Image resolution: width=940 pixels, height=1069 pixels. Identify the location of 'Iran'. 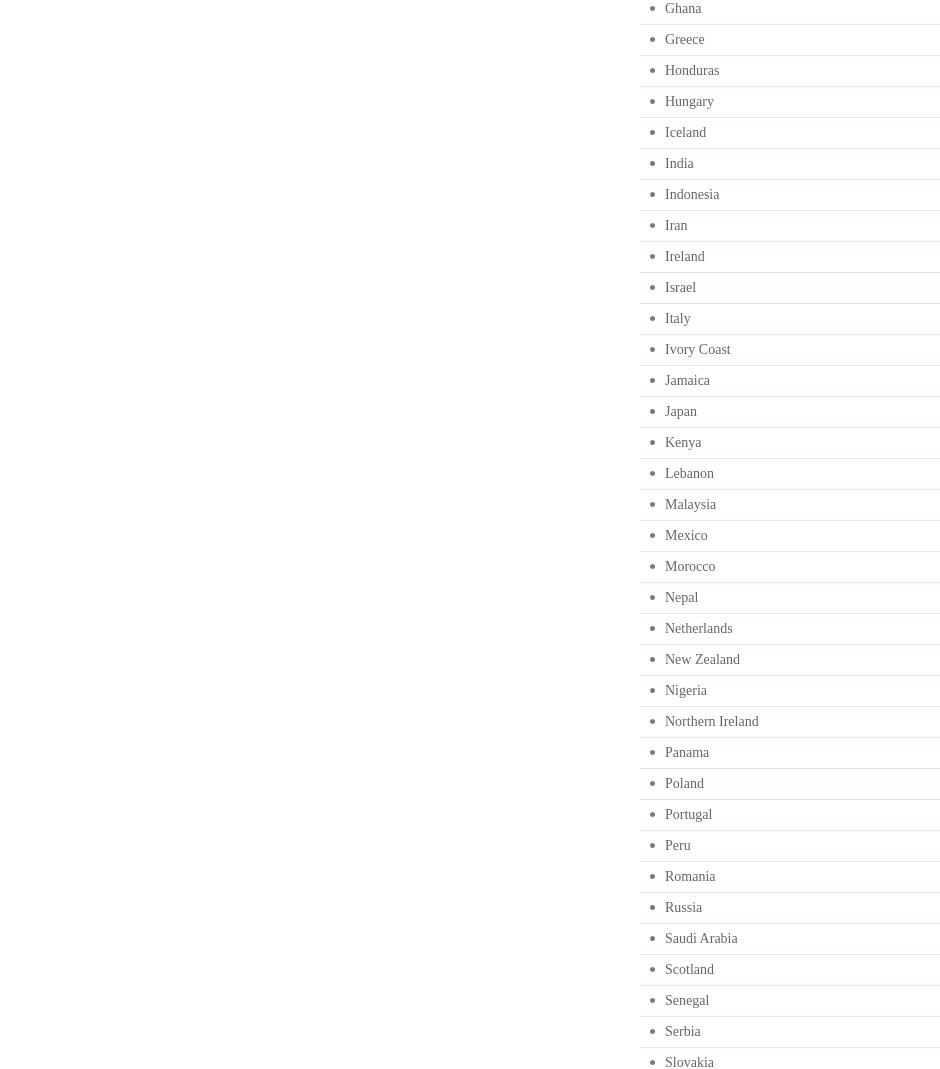
(674, 224).